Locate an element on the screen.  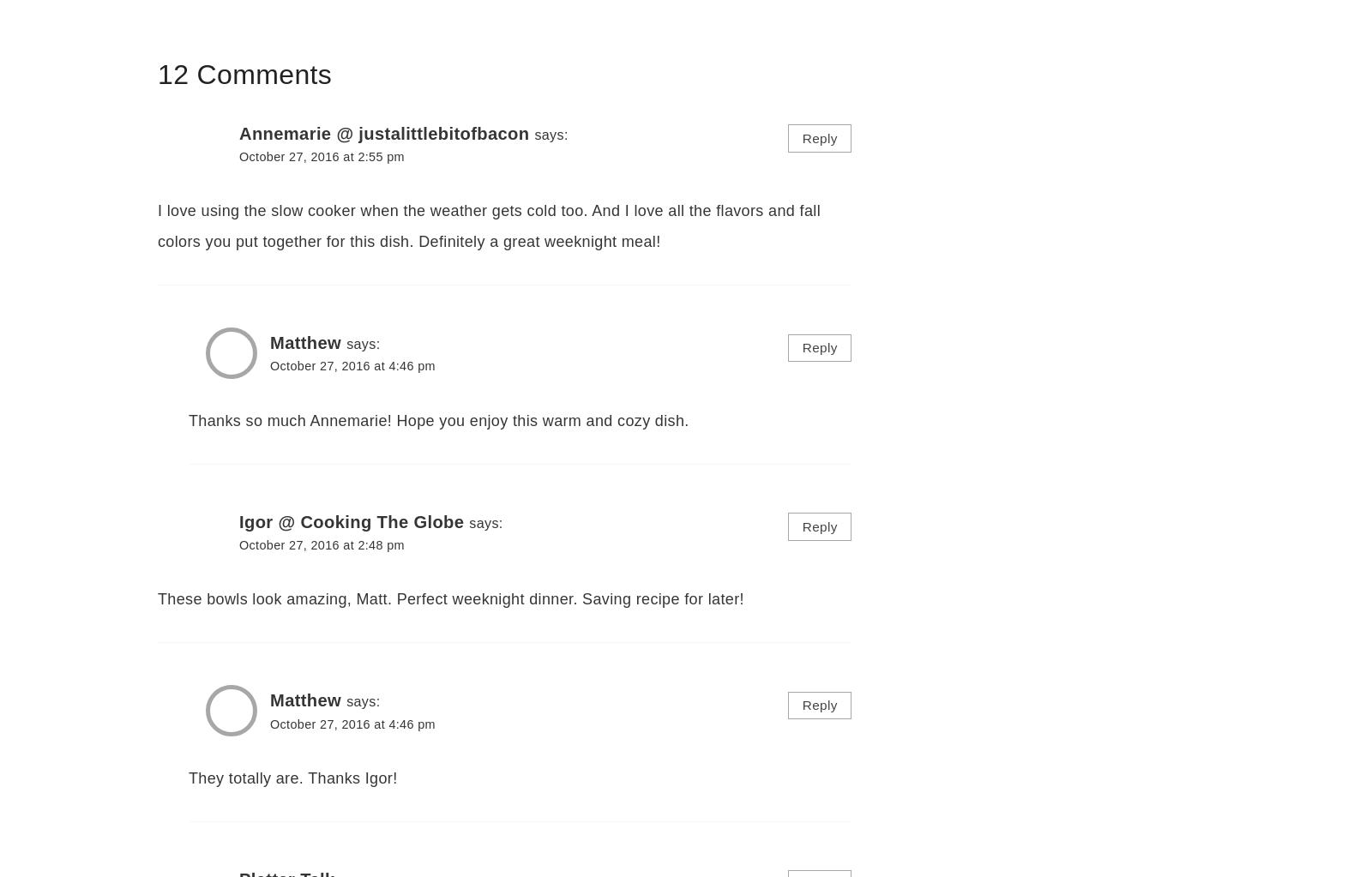
'These bowls look amazing, Matt. Perfect weeknight dinner. Saving recipe for later!' is located at coordinates (157, 598).